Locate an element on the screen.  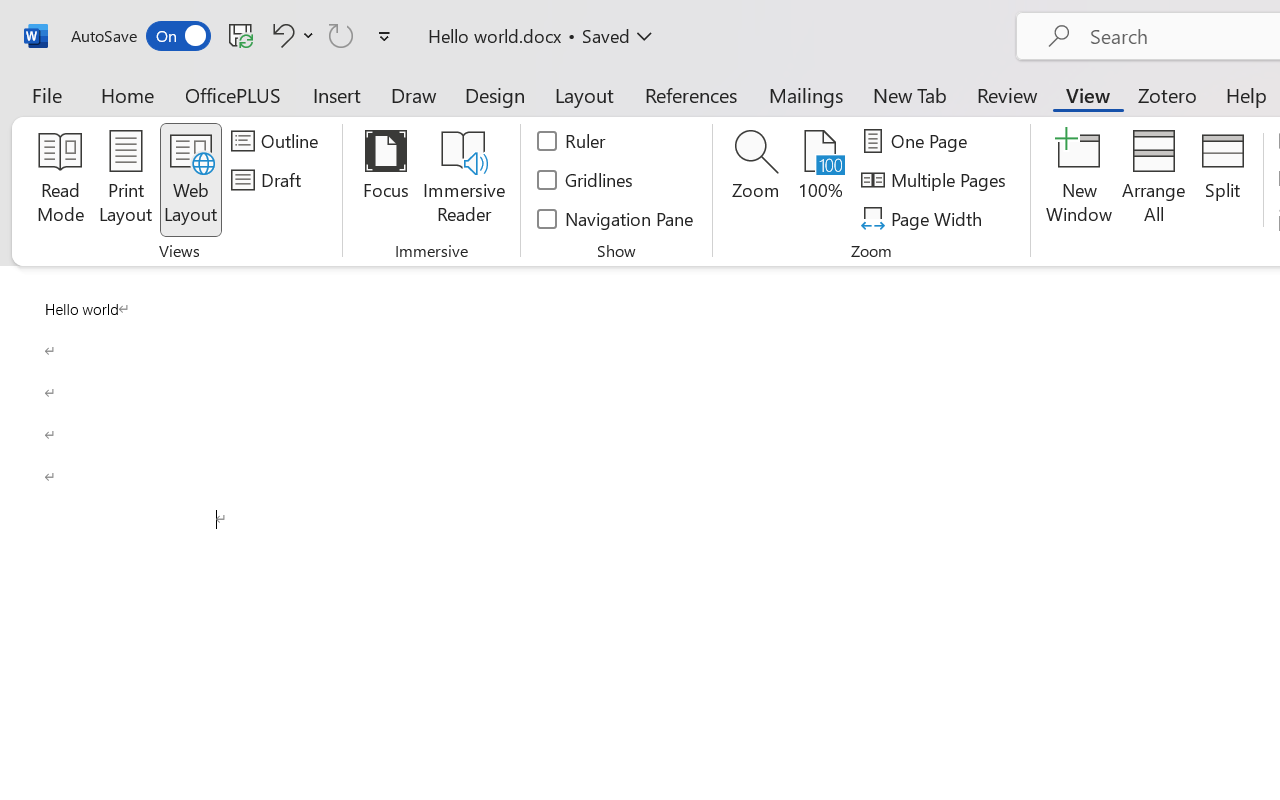
'More Options' is located at coordinates (308, 34).